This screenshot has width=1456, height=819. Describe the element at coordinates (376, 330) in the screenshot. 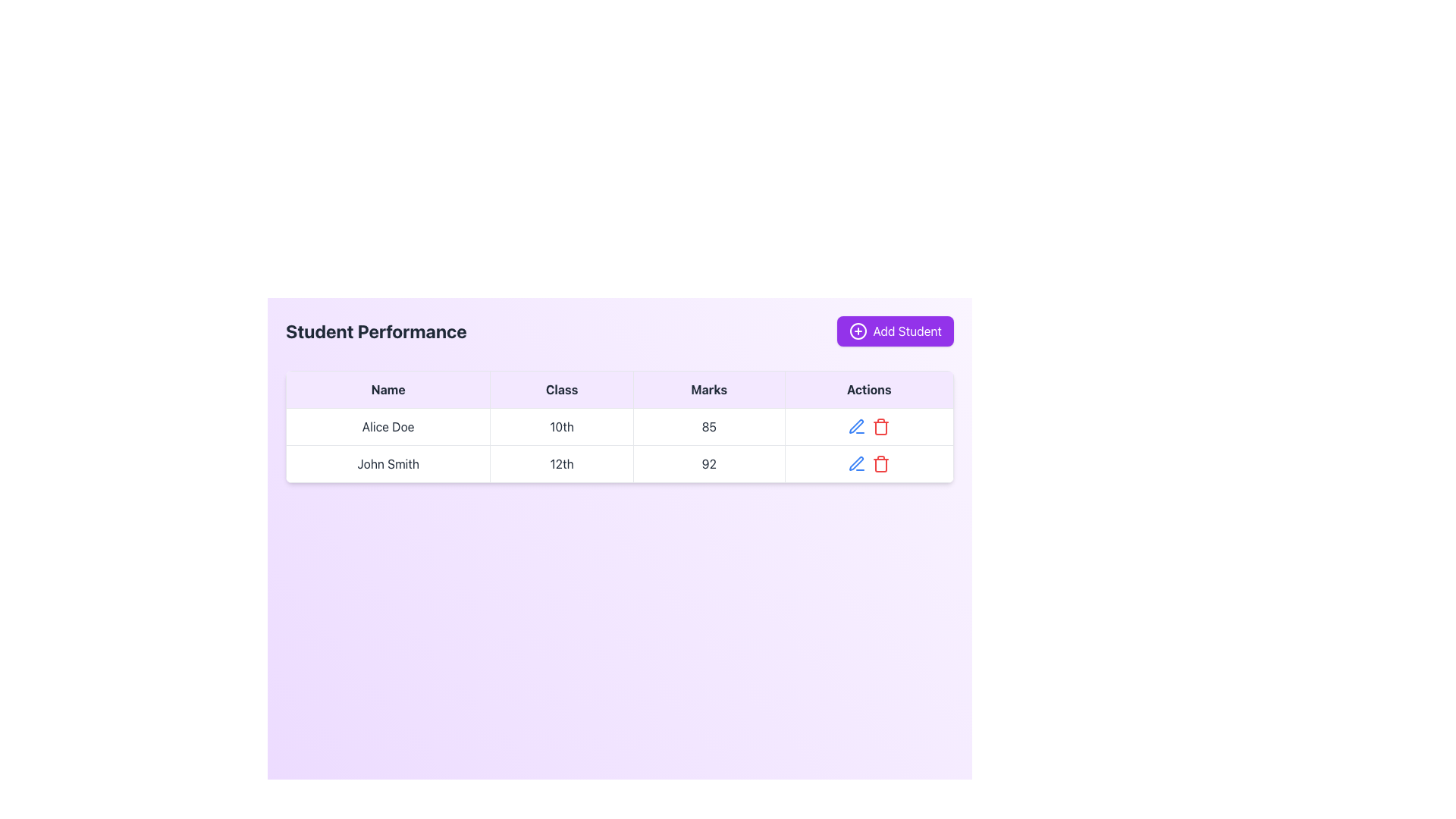

I see `on the static heading text label that denotes the section for student performance` at that location.